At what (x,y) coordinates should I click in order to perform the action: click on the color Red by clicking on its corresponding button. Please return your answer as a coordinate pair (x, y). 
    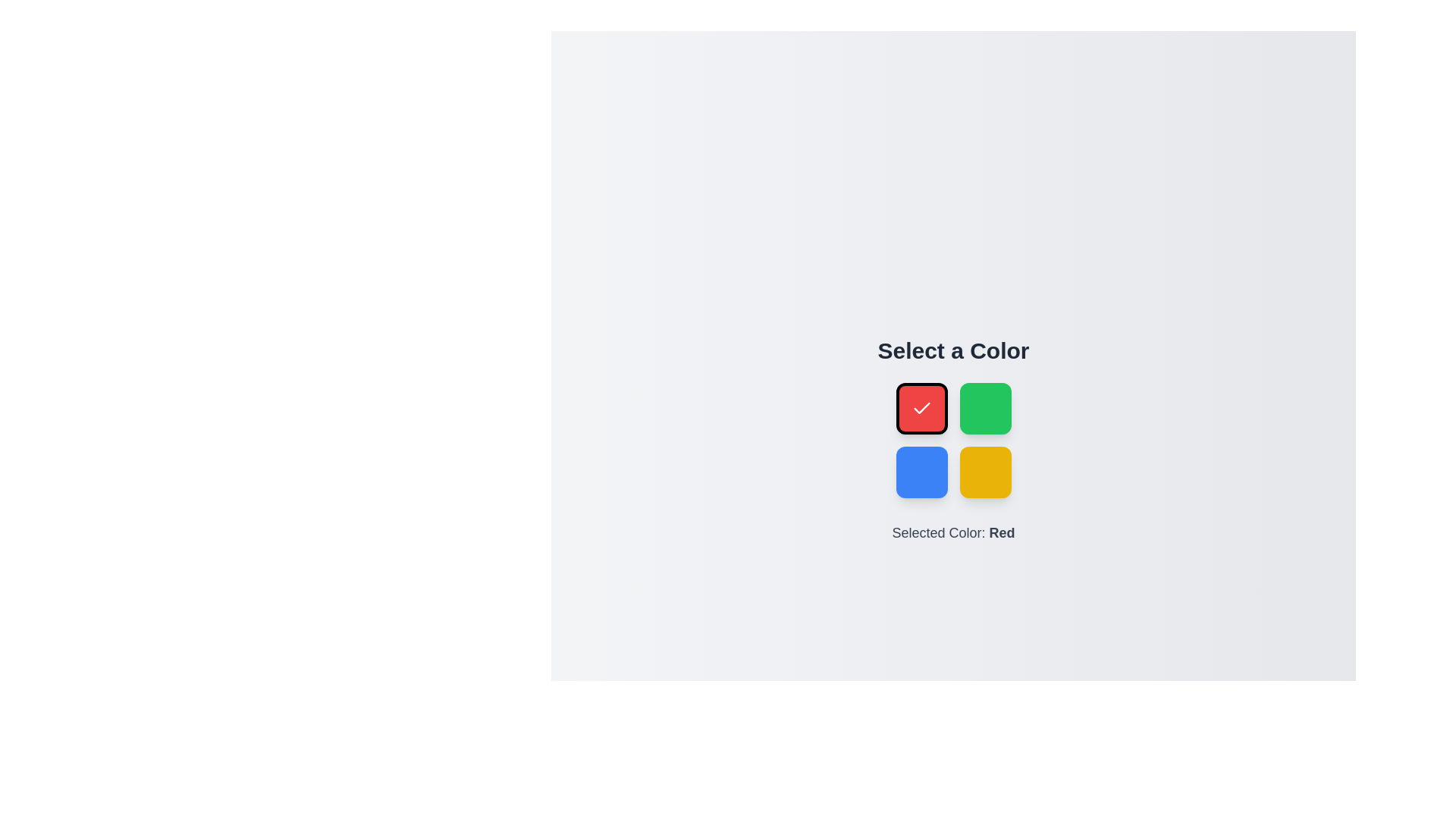
    Looking at the image, I should click on (921, 408).